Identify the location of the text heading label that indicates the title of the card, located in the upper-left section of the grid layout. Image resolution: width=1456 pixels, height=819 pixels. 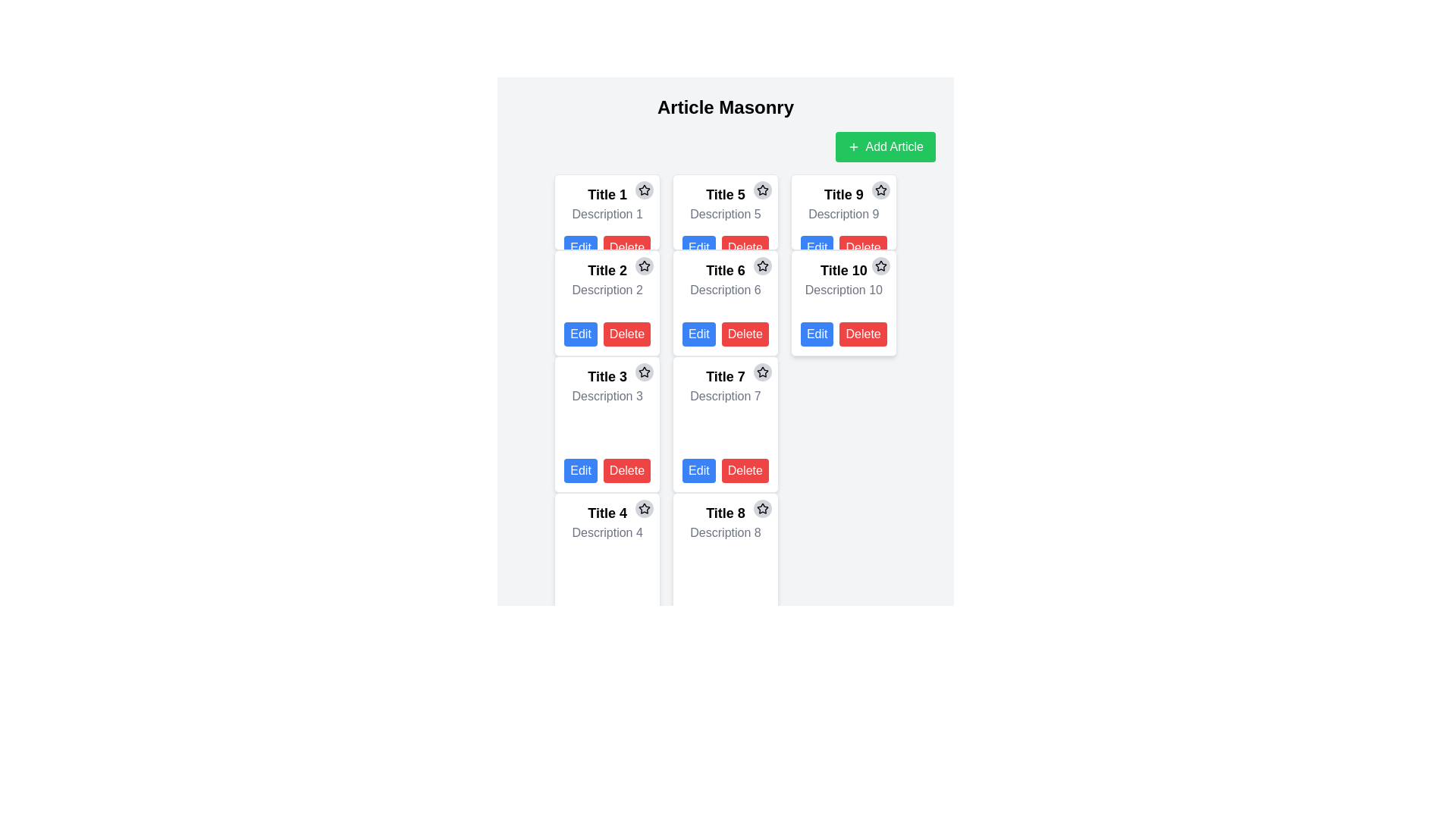
(607, 376).